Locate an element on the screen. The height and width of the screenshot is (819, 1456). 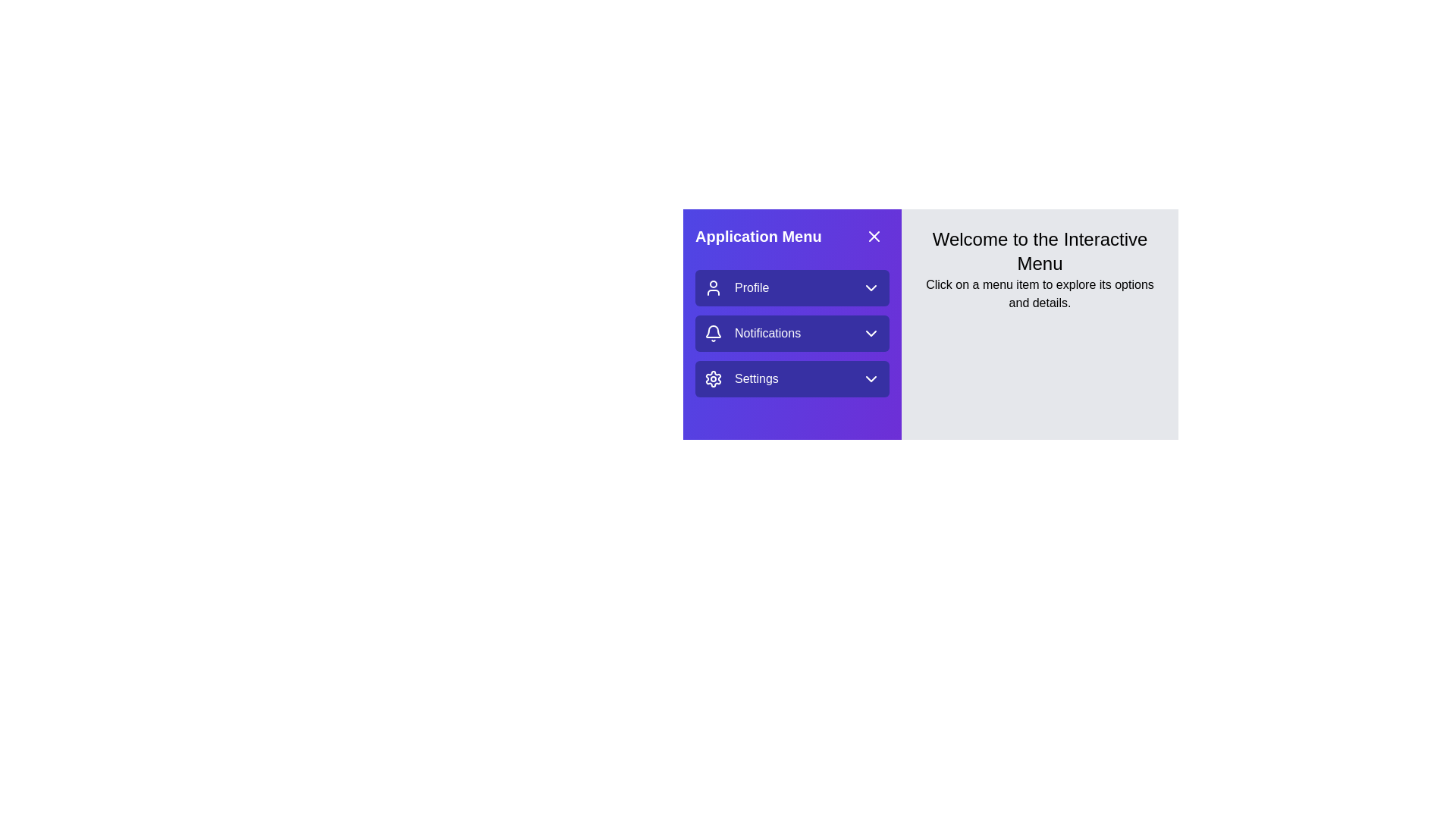
the notifications icon located to the left of the 'Notifications' text in the vertical menu layout is located at coordinates (712, 332).